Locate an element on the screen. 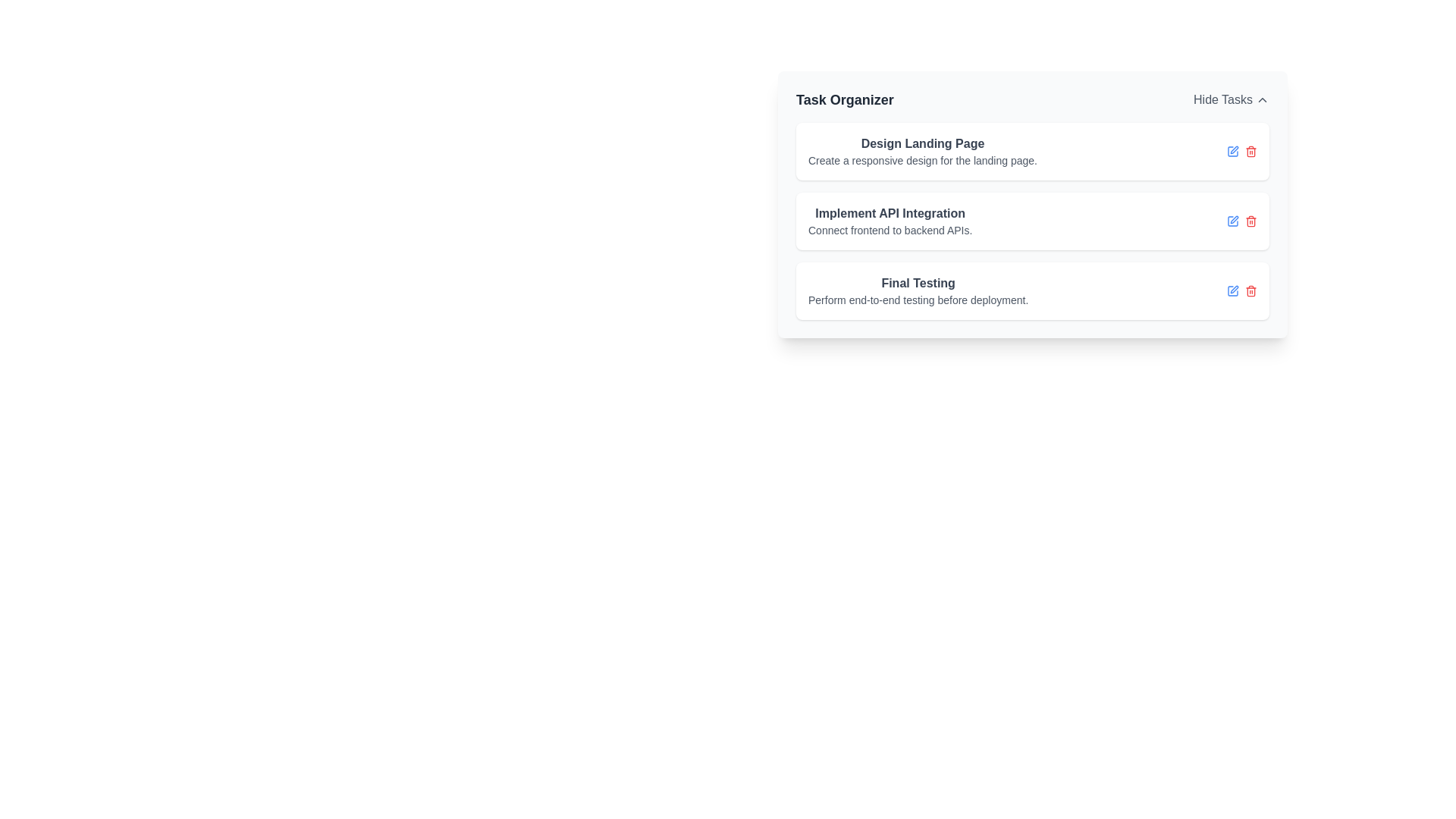  the small blue pen icon button located to the right side of the list items is located at coordinates (1233, 152).